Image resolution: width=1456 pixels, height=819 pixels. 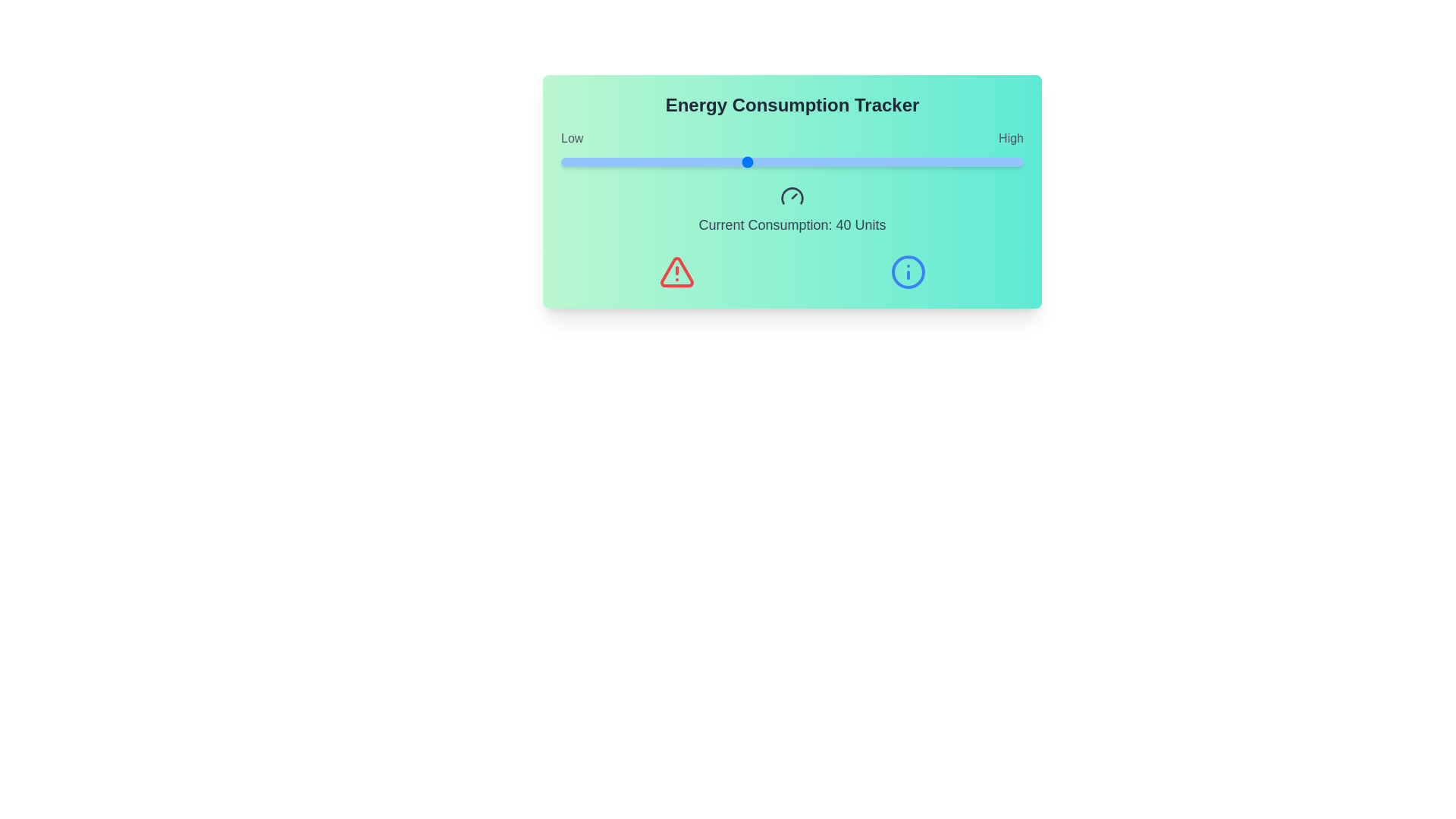 I want to click on the info icon to access more details, so click(x=908, y=271).